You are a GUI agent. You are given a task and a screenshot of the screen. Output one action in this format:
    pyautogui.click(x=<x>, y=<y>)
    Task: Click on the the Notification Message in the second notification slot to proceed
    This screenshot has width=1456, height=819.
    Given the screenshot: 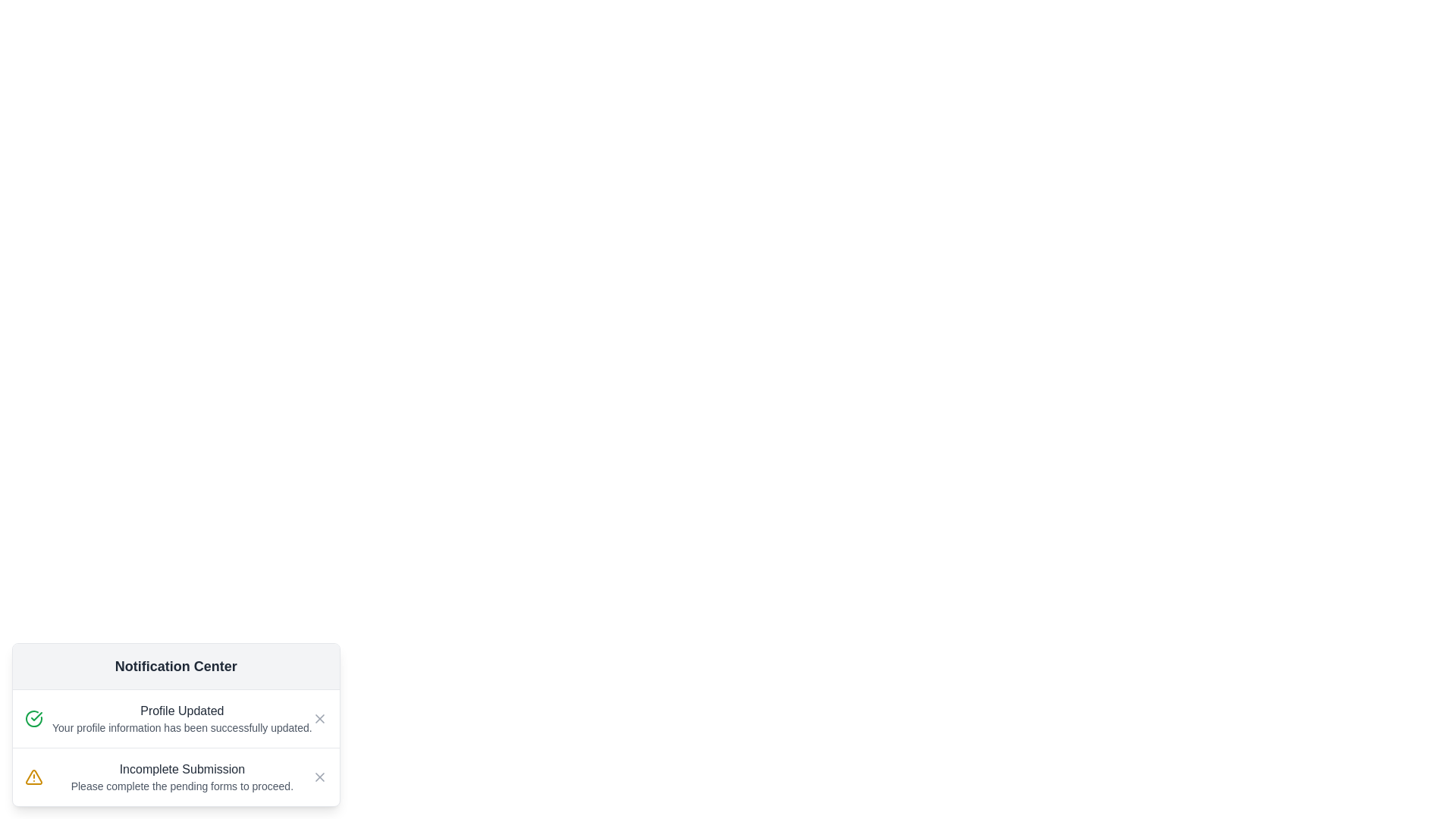 What is the action you would take?
    pyautogui.click(x=182, y=777)
    